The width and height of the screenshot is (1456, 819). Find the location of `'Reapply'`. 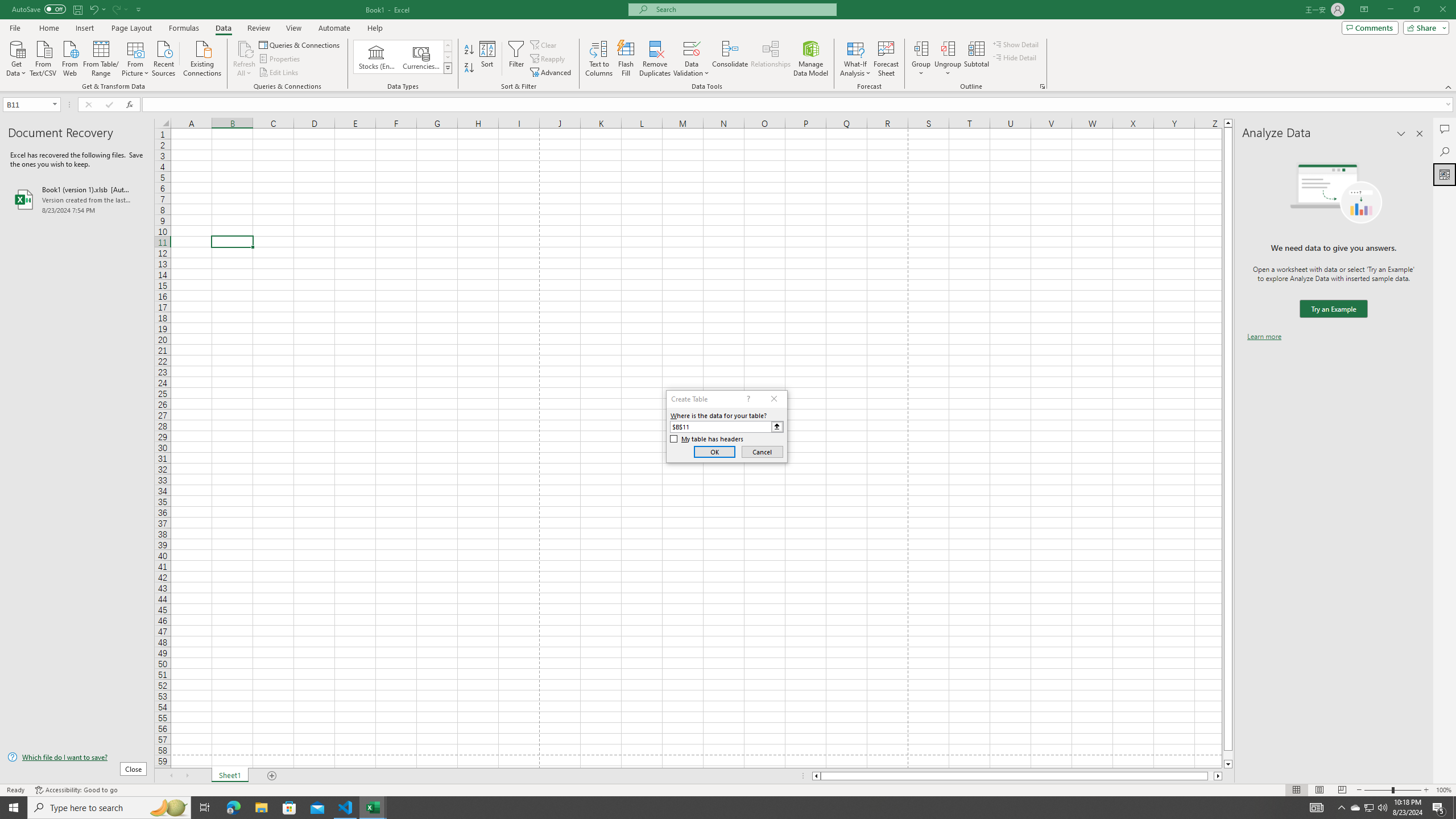

'Reapply' is located at coordinates (549, 59).